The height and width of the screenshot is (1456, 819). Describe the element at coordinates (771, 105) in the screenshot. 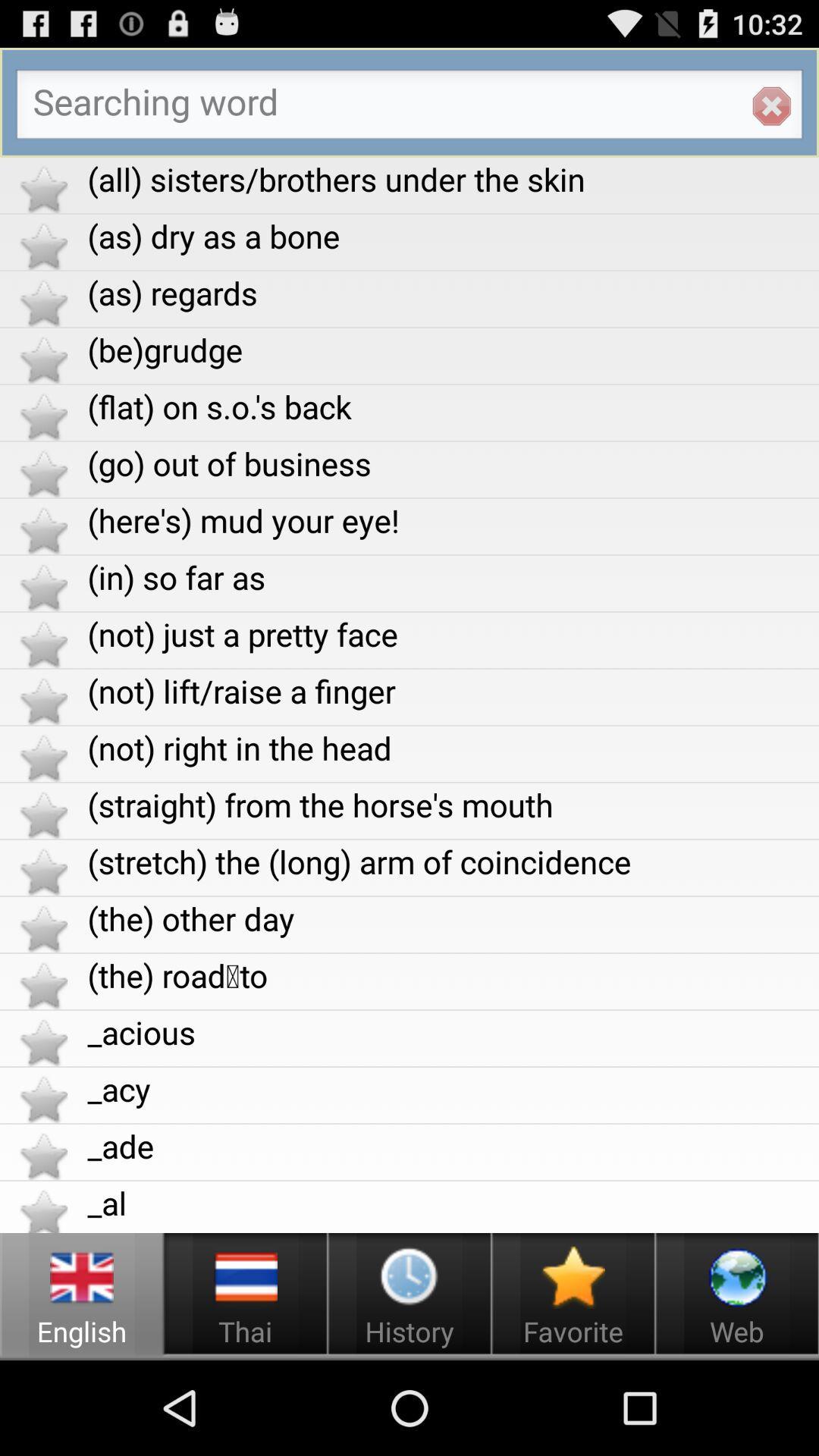

I see `icon at the top right corner` at that location.